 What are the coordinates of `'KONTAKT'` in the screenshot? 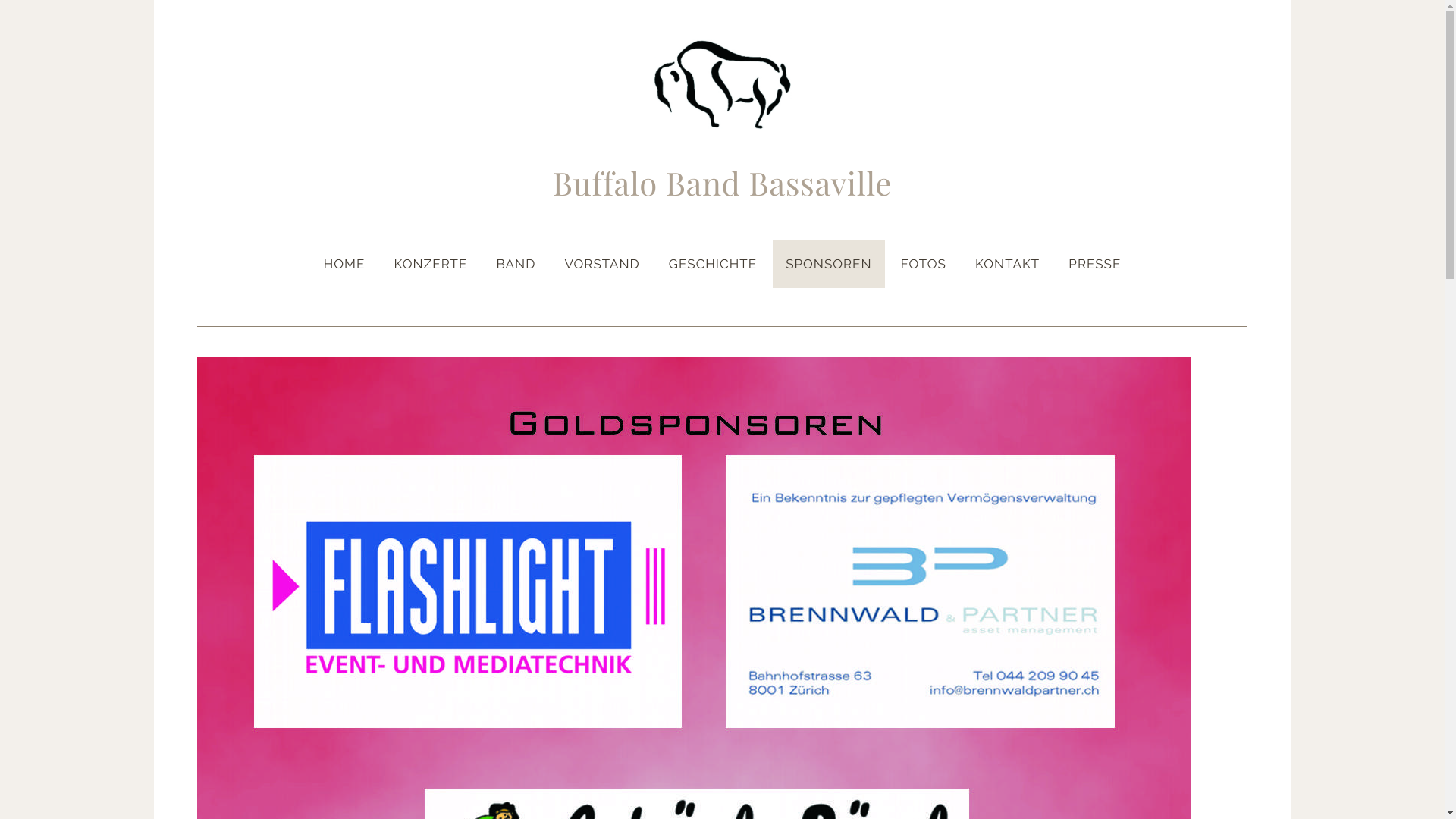 It's located at (1007, 262).